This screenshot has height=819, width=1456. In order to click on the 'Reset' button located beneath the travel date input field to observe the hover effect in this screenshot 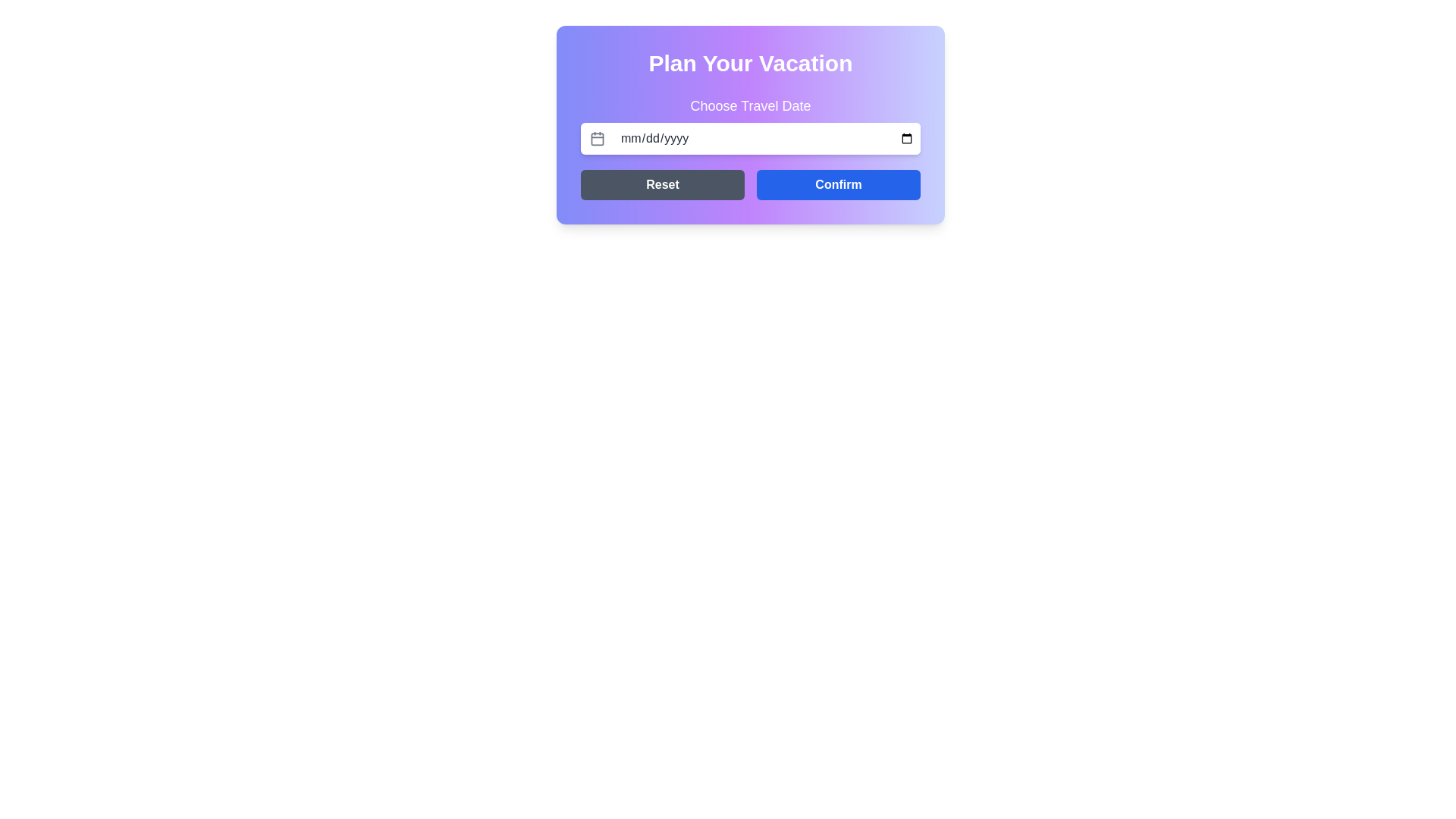, I will do `click(662, 184)`.